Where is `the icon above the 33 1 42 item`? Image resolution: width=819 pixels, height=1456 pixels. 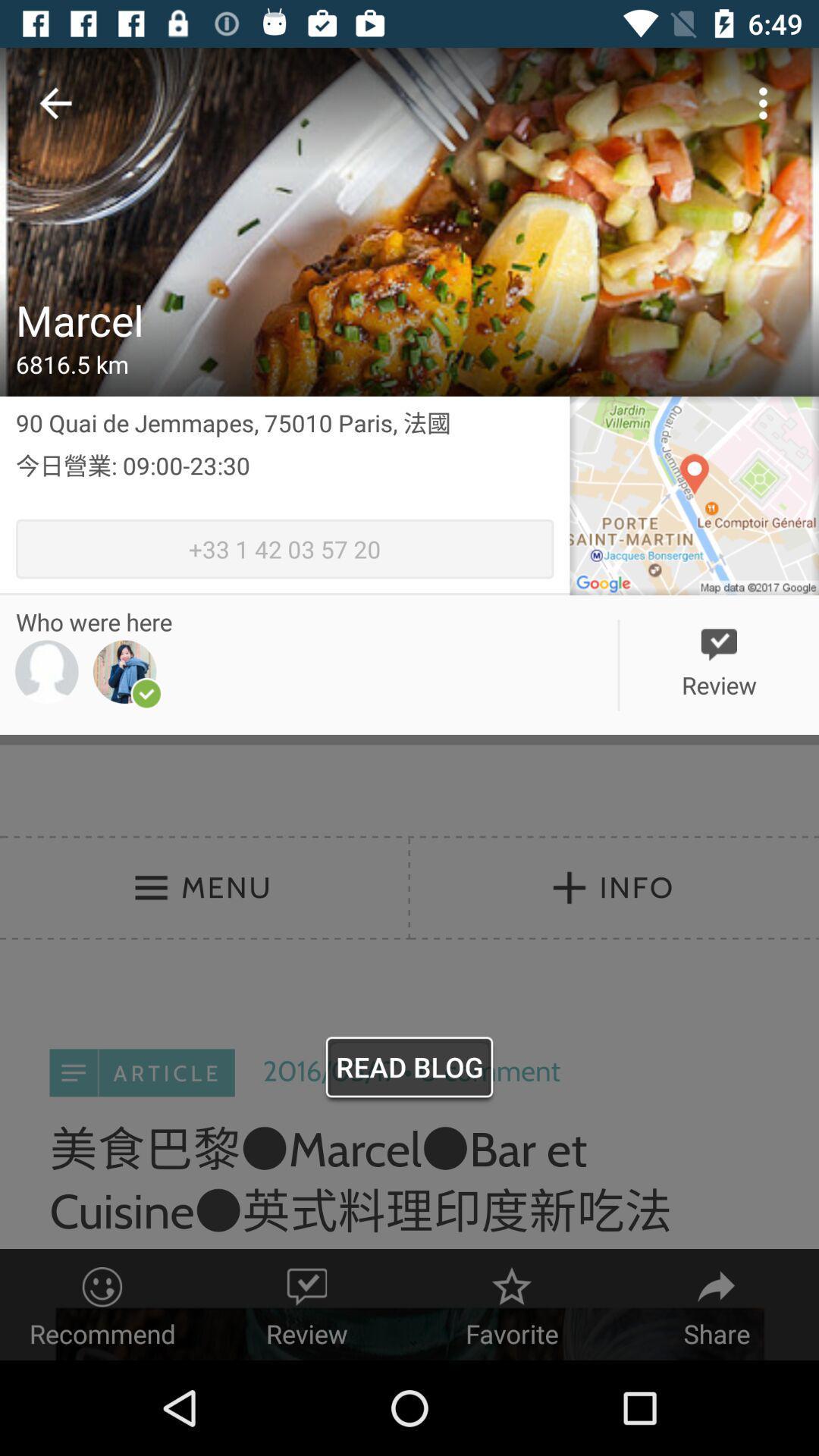
the icon above the 33 1 42 item is located at coordinates (284, 483).